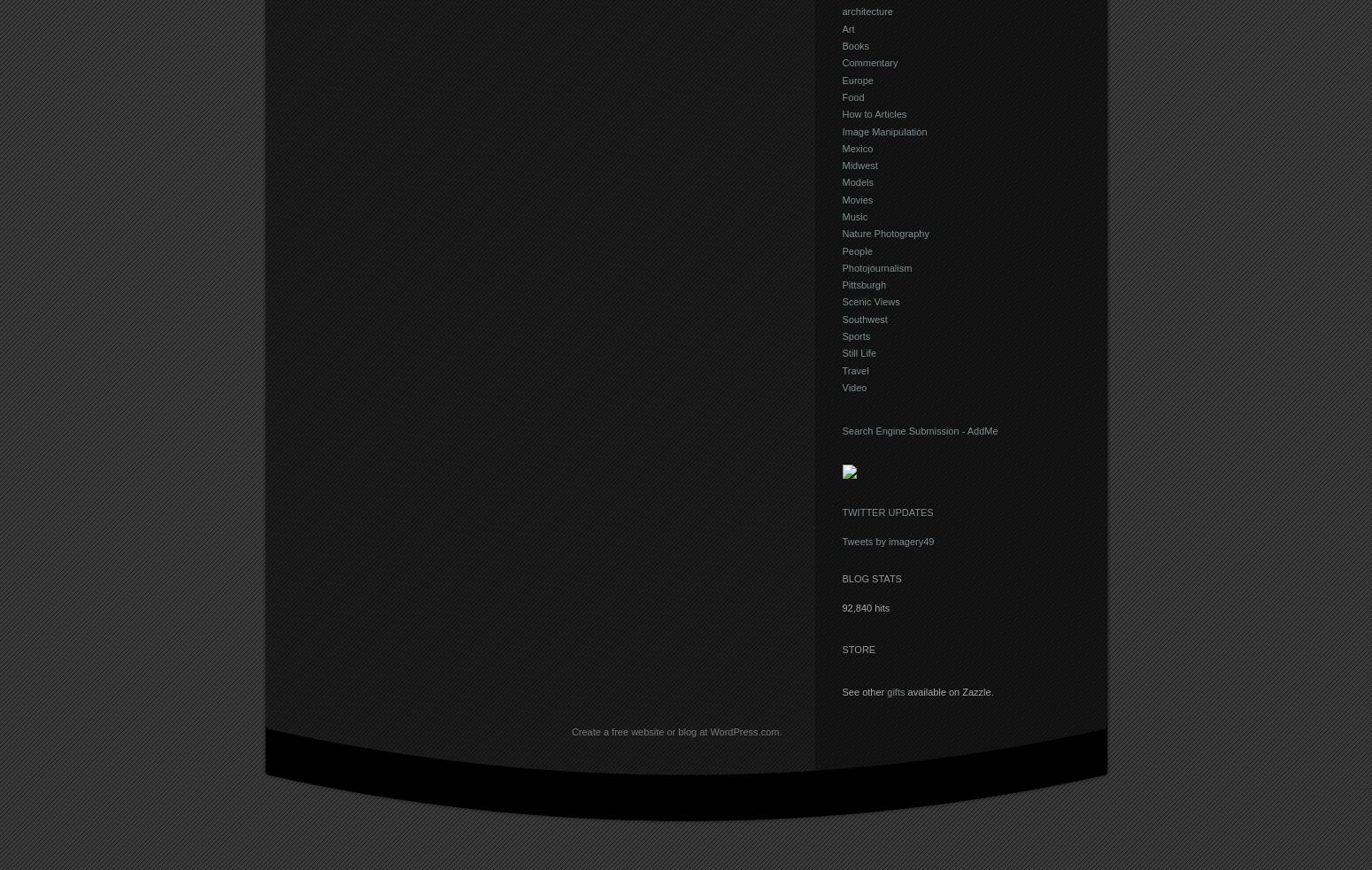  I want to click on 'architecture', so click(866, 10).